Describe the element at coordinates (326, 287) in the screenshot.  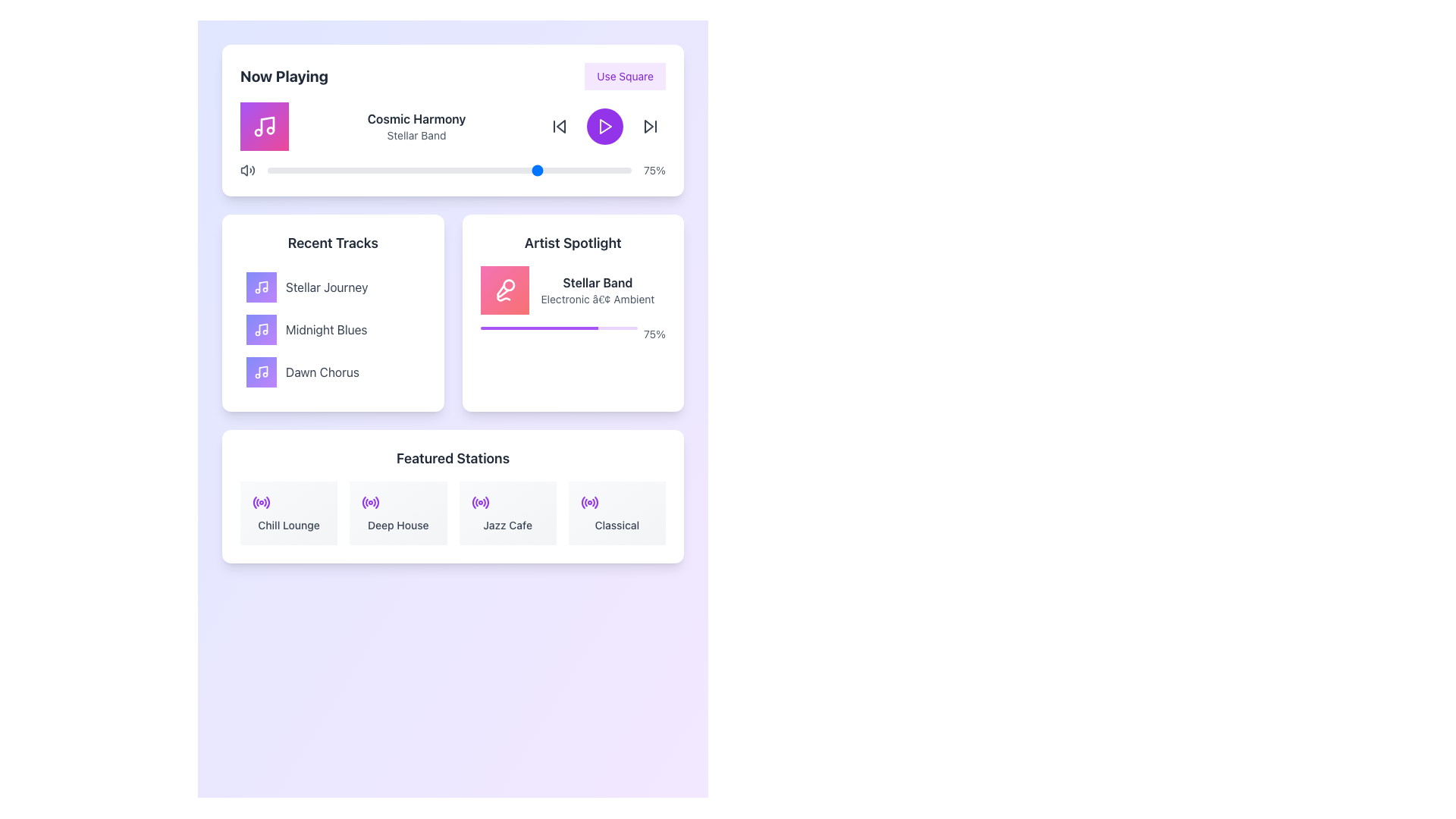
I see `the text label 'Stellar Journey' in the 'Recent Tracks' section` at that location.